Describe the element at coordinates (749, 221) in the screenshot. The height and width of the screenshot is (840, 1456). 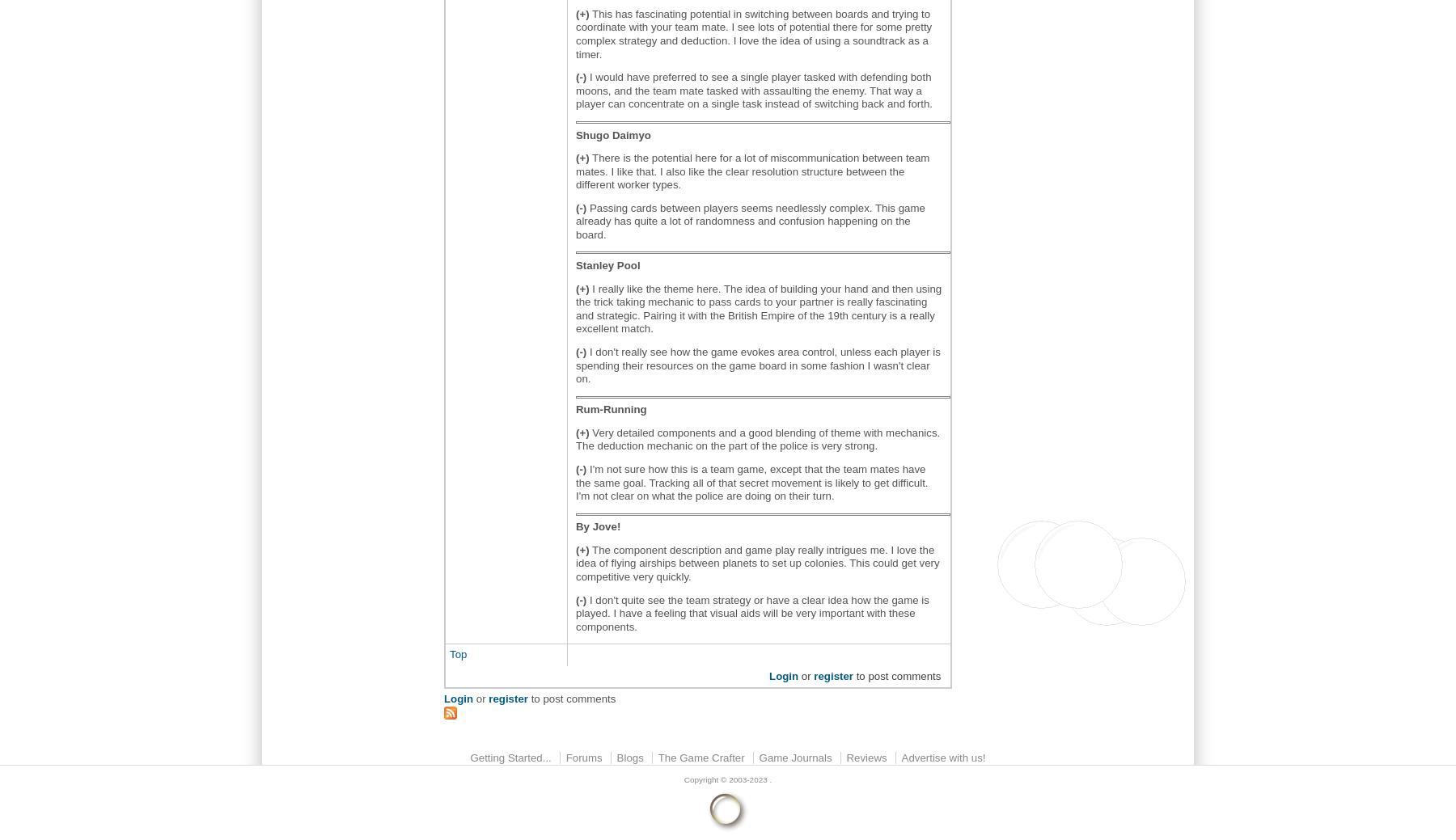
I see `'Passing cards between players seems needlessly complex. This game already has quite a lot of randomness and confusion happening on the board.'` at that location.